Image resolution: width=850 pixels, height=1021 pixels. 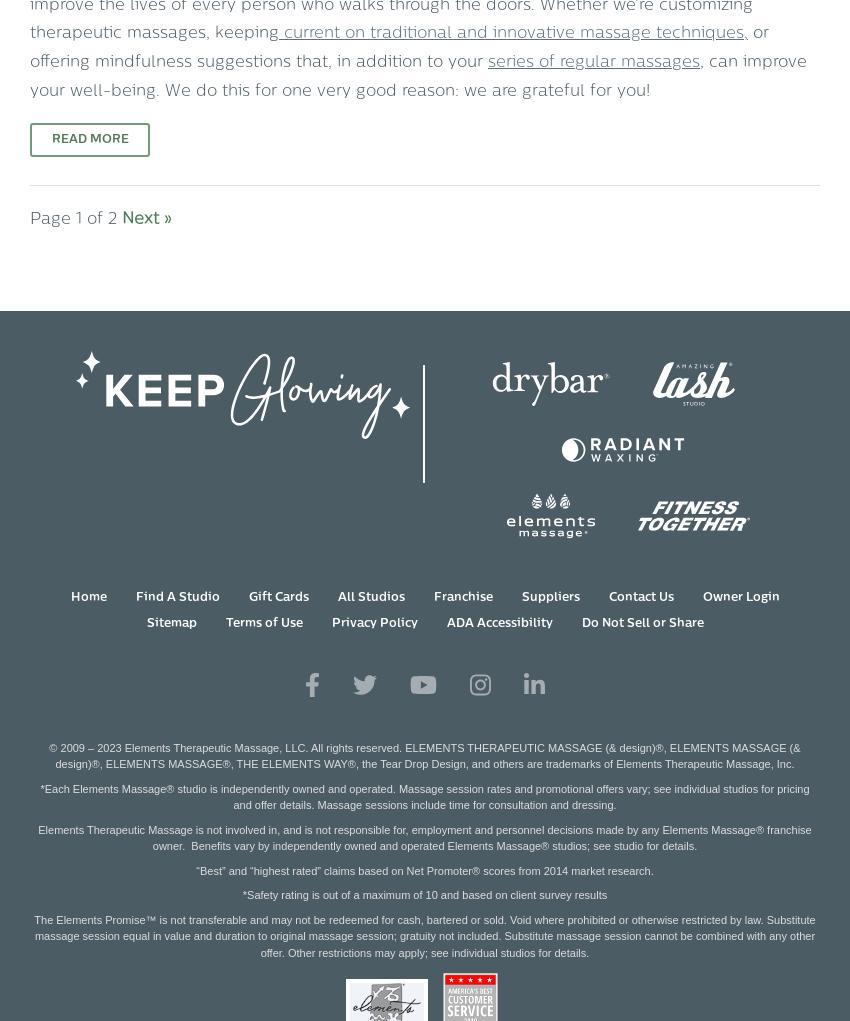 I want to click on 'Terms of Use', so click(x=262, y=623).